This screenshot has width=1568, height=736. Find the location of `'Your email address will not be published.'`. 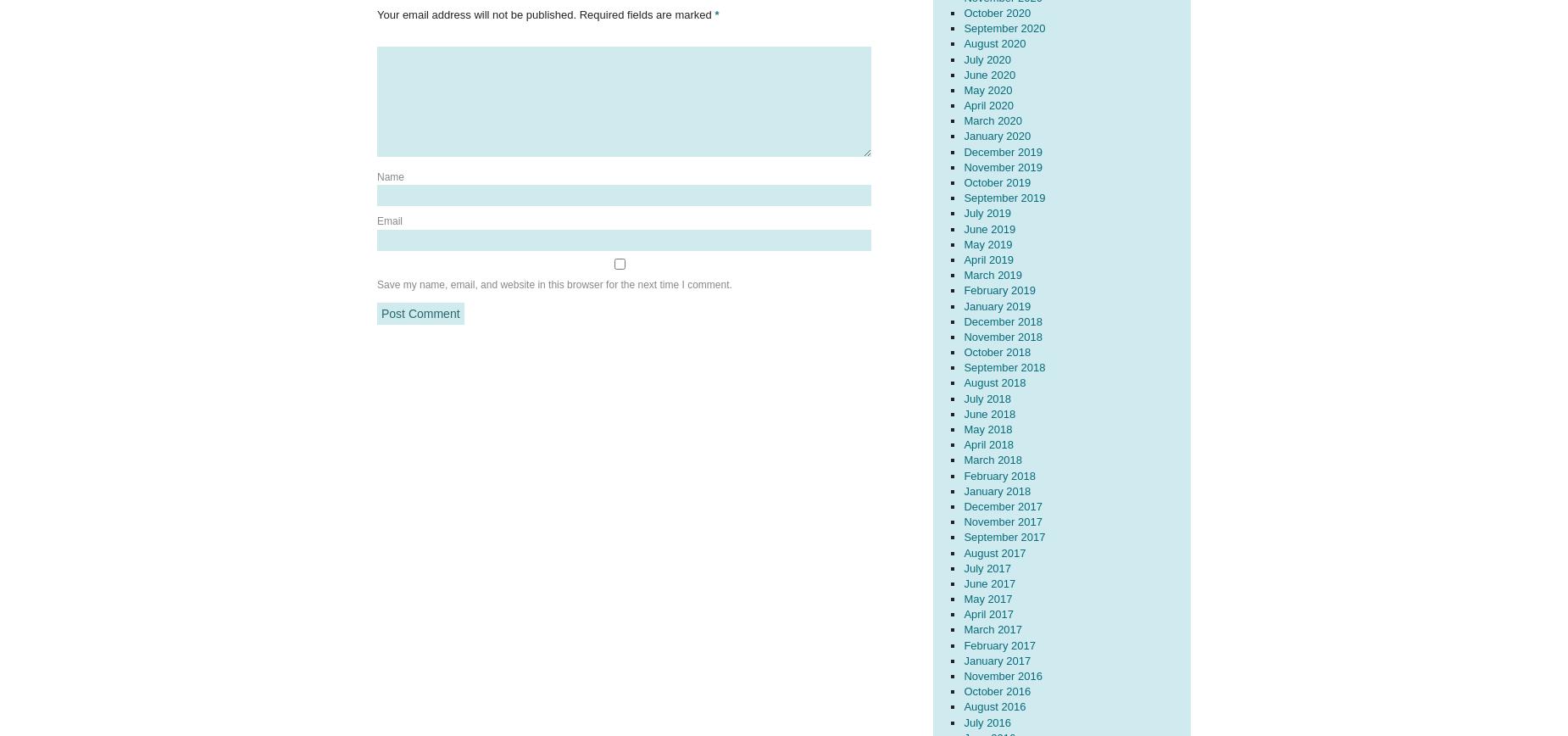

'Your email address will not be published.' is located at coordinates (476, 14).